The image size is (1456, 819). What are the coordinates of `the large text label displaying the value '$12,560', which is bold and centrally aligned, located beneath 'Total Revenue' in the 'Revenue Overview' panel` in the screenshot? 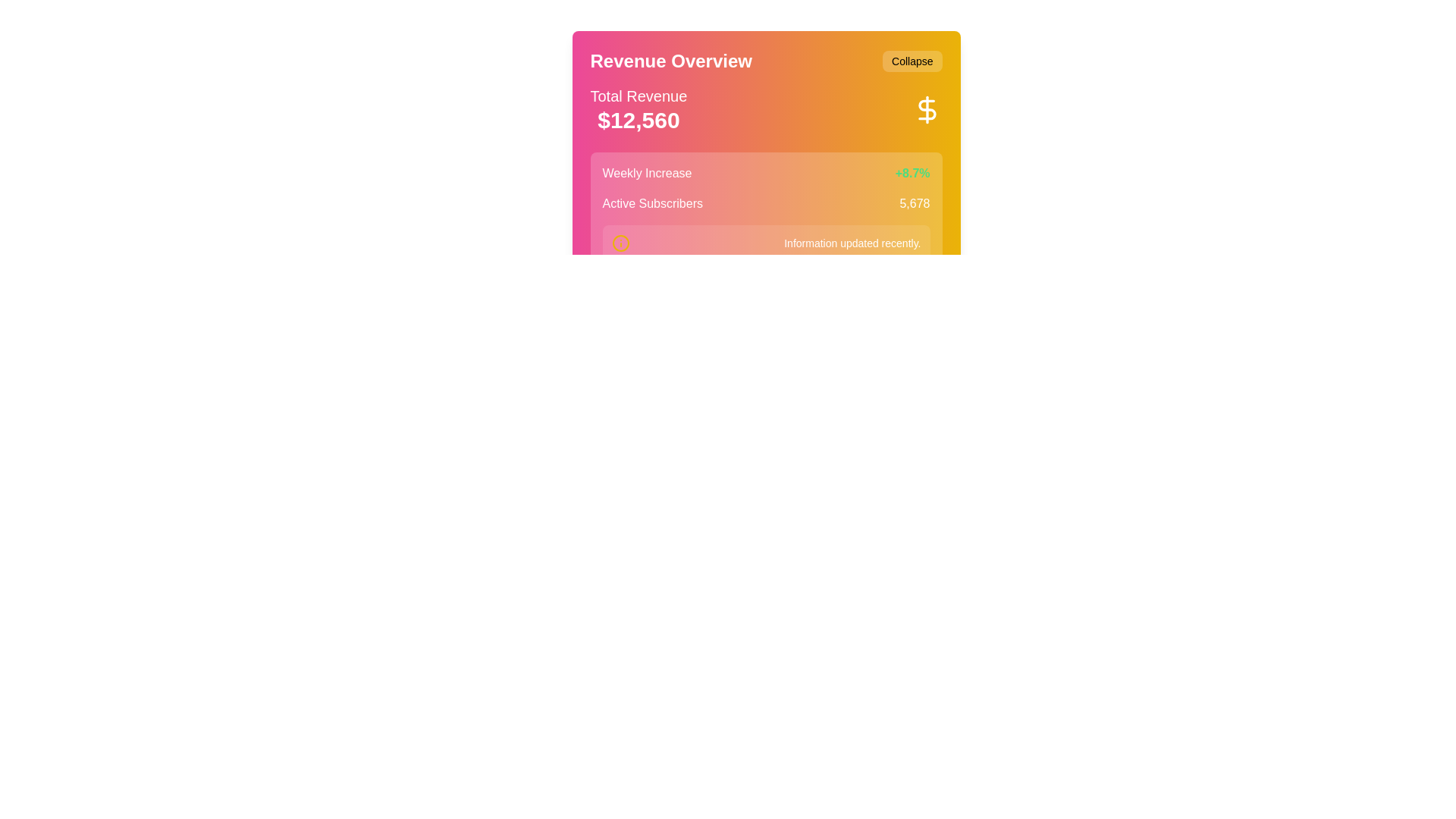 It's located at (639, 119).